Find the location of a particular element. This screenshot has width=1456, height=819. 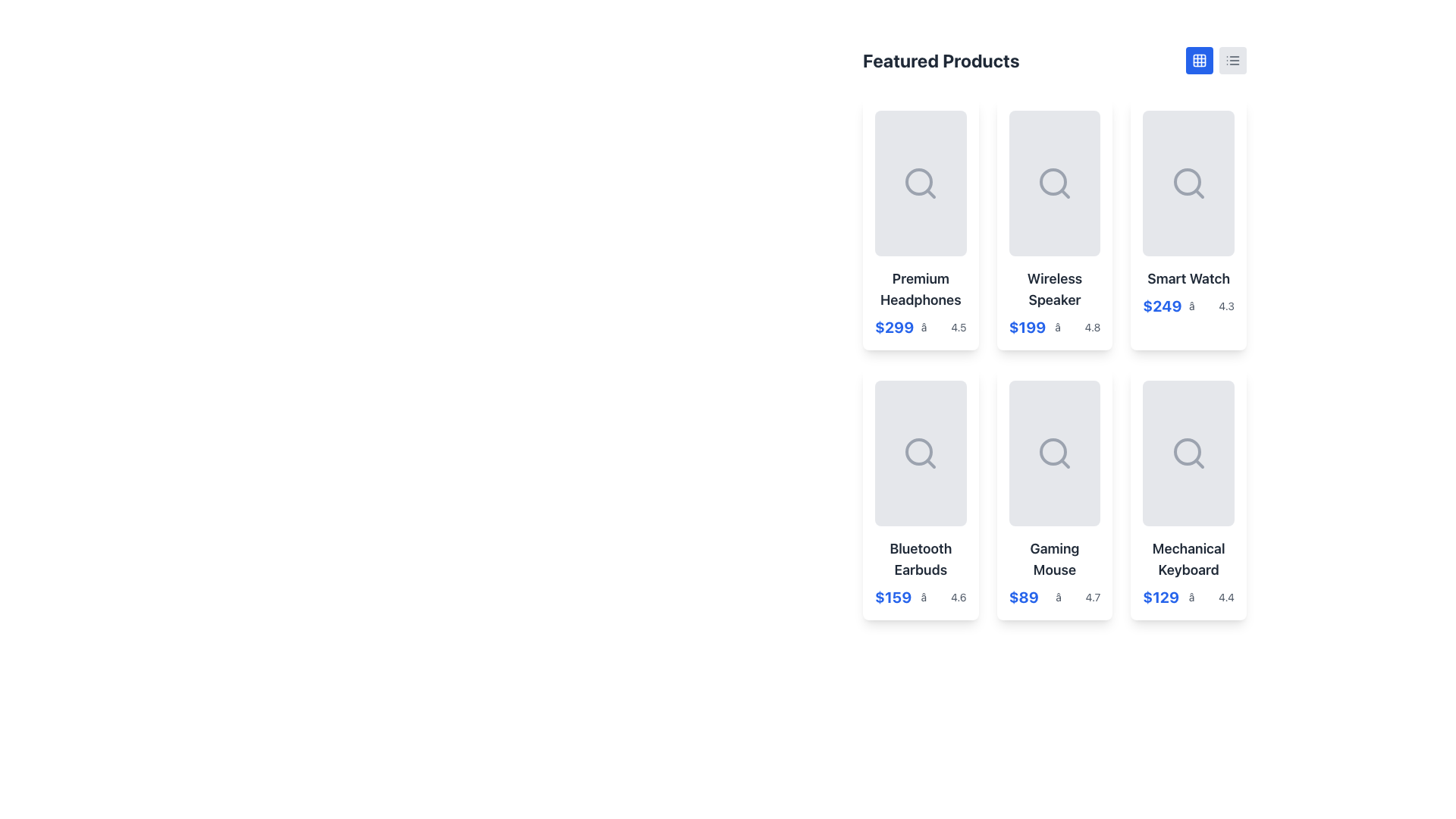

the informational label displaying the price and rating for the 'Wireless Speaker' product, which is located below the product title in the second card of the top row is located at coordinates (1054, 327).